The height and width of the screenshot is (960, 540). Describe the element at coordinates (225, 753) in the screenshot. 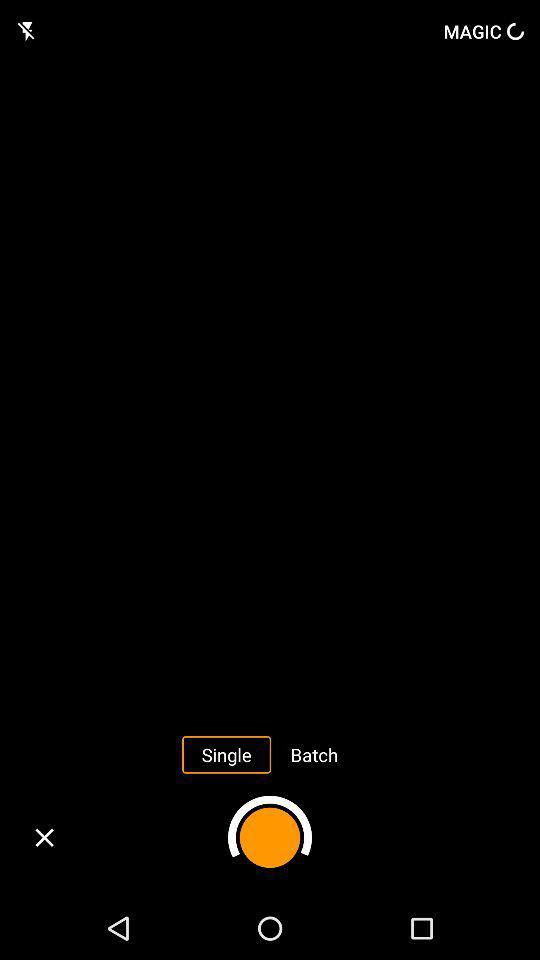

I see `item to the left of the batch` at that location.